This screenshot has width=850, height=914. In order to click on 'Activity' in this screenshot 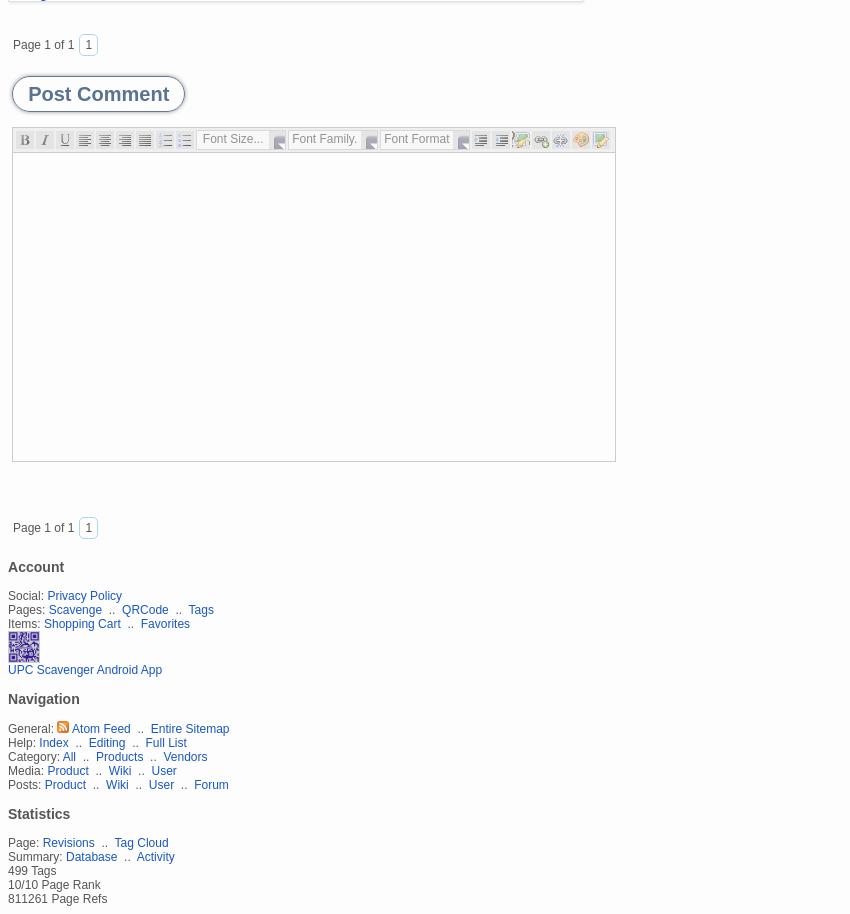, I will do `click(155, 855)`.